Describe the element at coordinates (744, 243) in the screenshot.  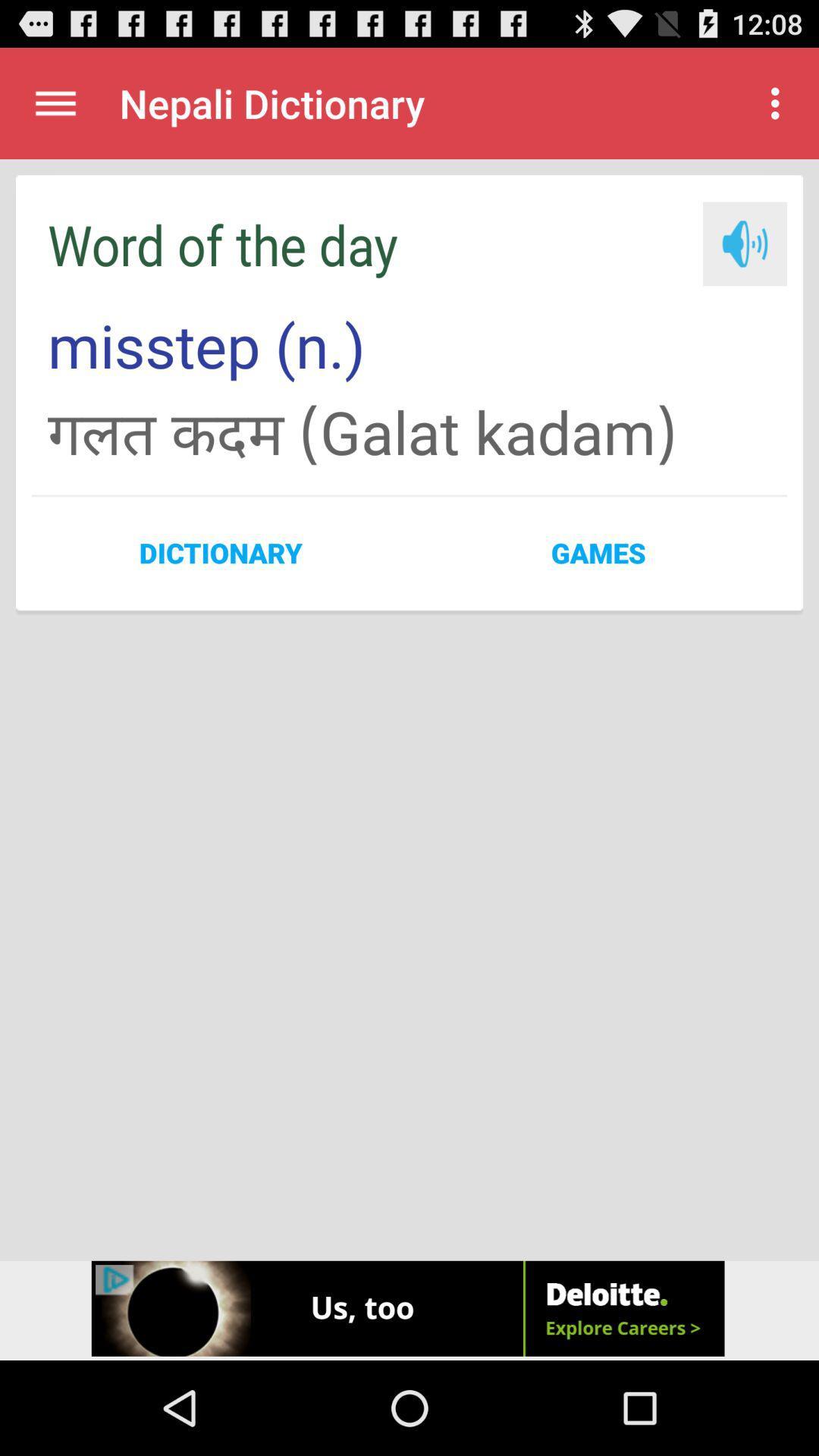
I see `hear text` at that location.